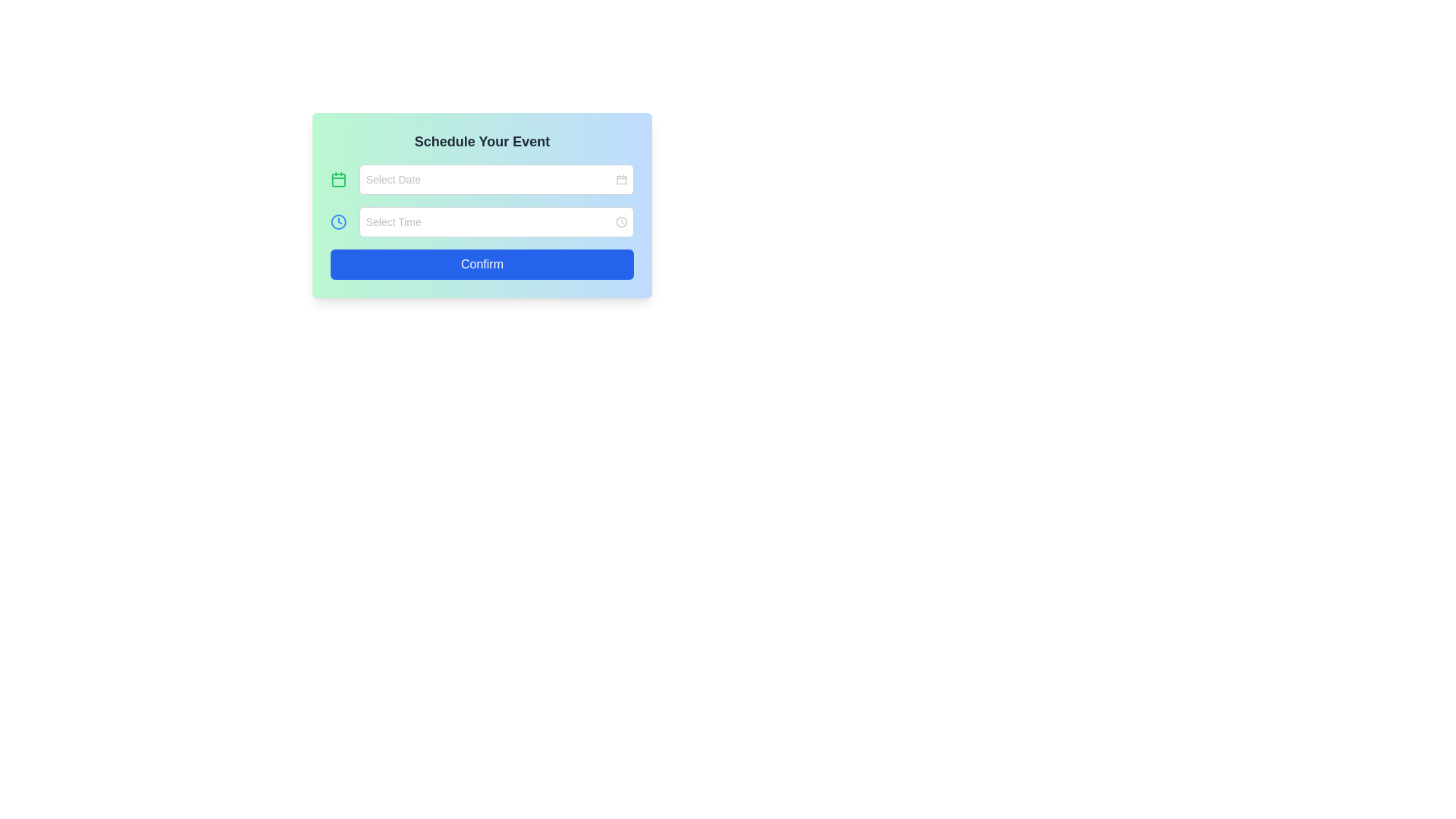 This screenshot has height=819, width=1456. I want to click on the time selection input field in the 'Schedule Your Event' form, so click(496, 222).